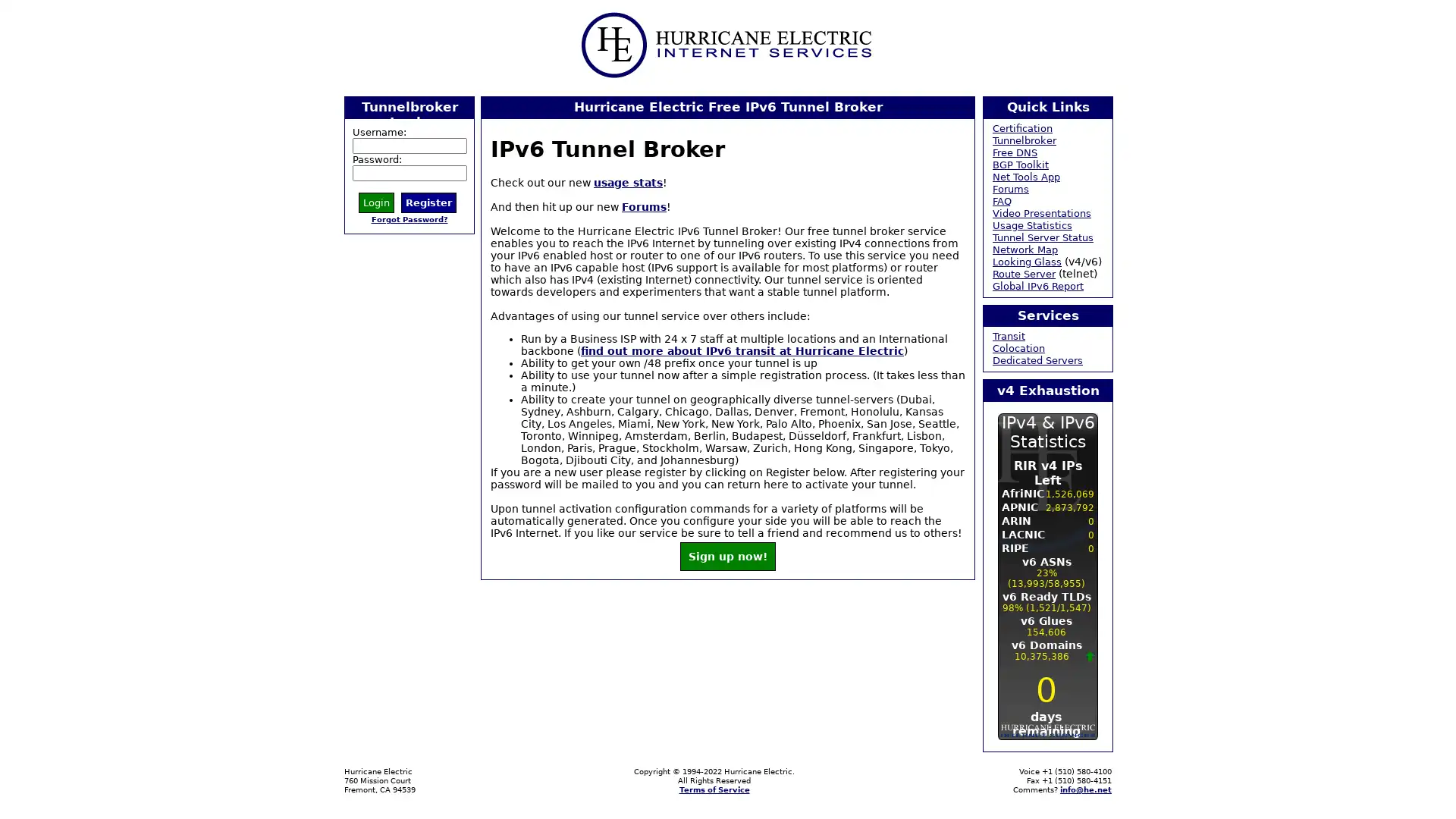 This screenshot has height=819, width=1456. I want to click on Login, so click(376, 201).